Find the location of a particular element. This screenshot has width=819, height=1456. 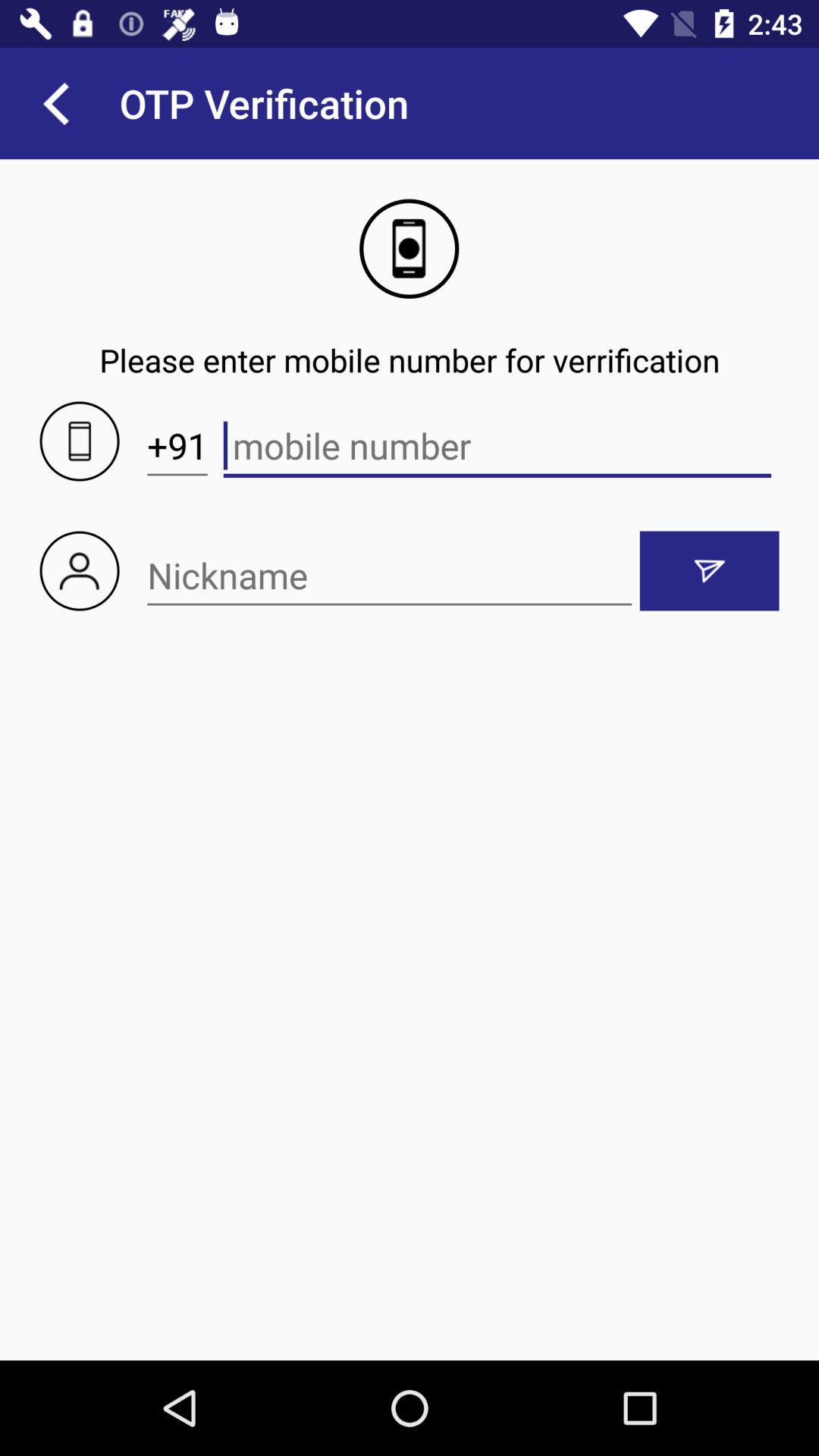

item above the please enter mobile is located at coordinates (55, 102).